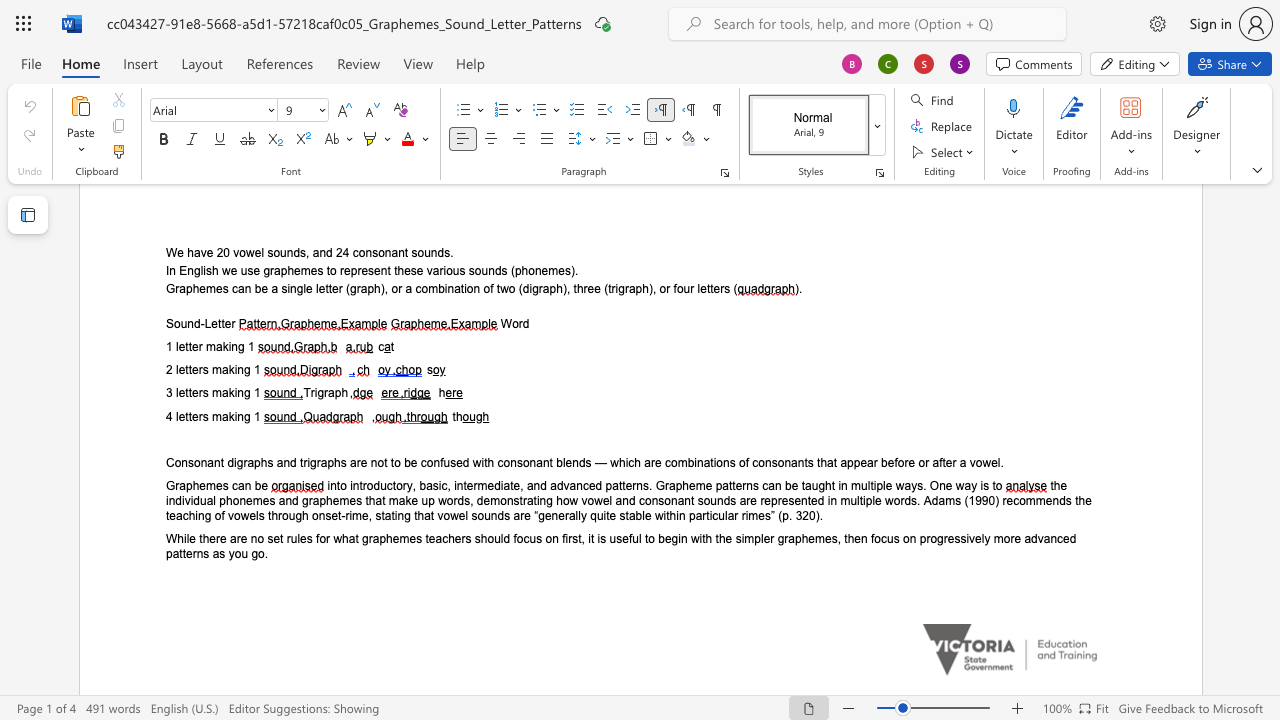 This screenshot has width=1280, height=720. What do you see at coordinates (238, 485) in the screenshot?
I see `the space between the continuous character "c" and "a" in the text` at bounding box center [238, 485].